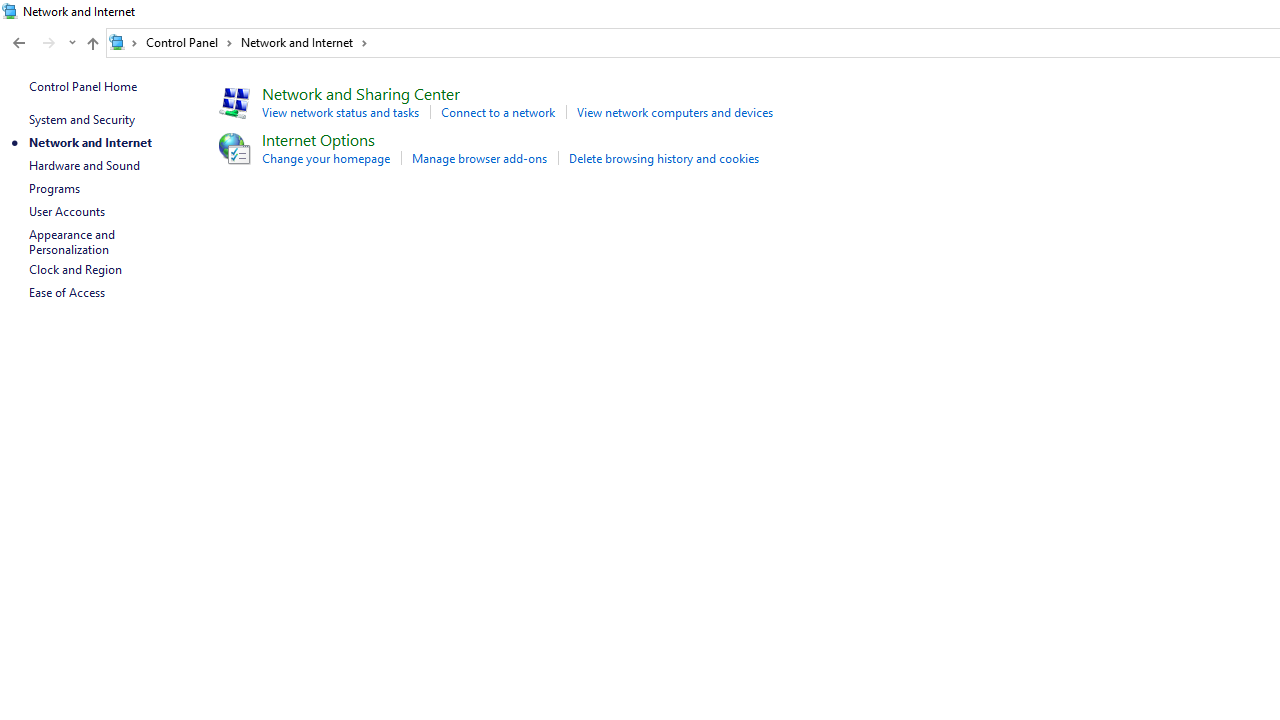  Describe the element at coordinates (674, 112) in the screenshot. I see `'View network computers and devices'` at that location.